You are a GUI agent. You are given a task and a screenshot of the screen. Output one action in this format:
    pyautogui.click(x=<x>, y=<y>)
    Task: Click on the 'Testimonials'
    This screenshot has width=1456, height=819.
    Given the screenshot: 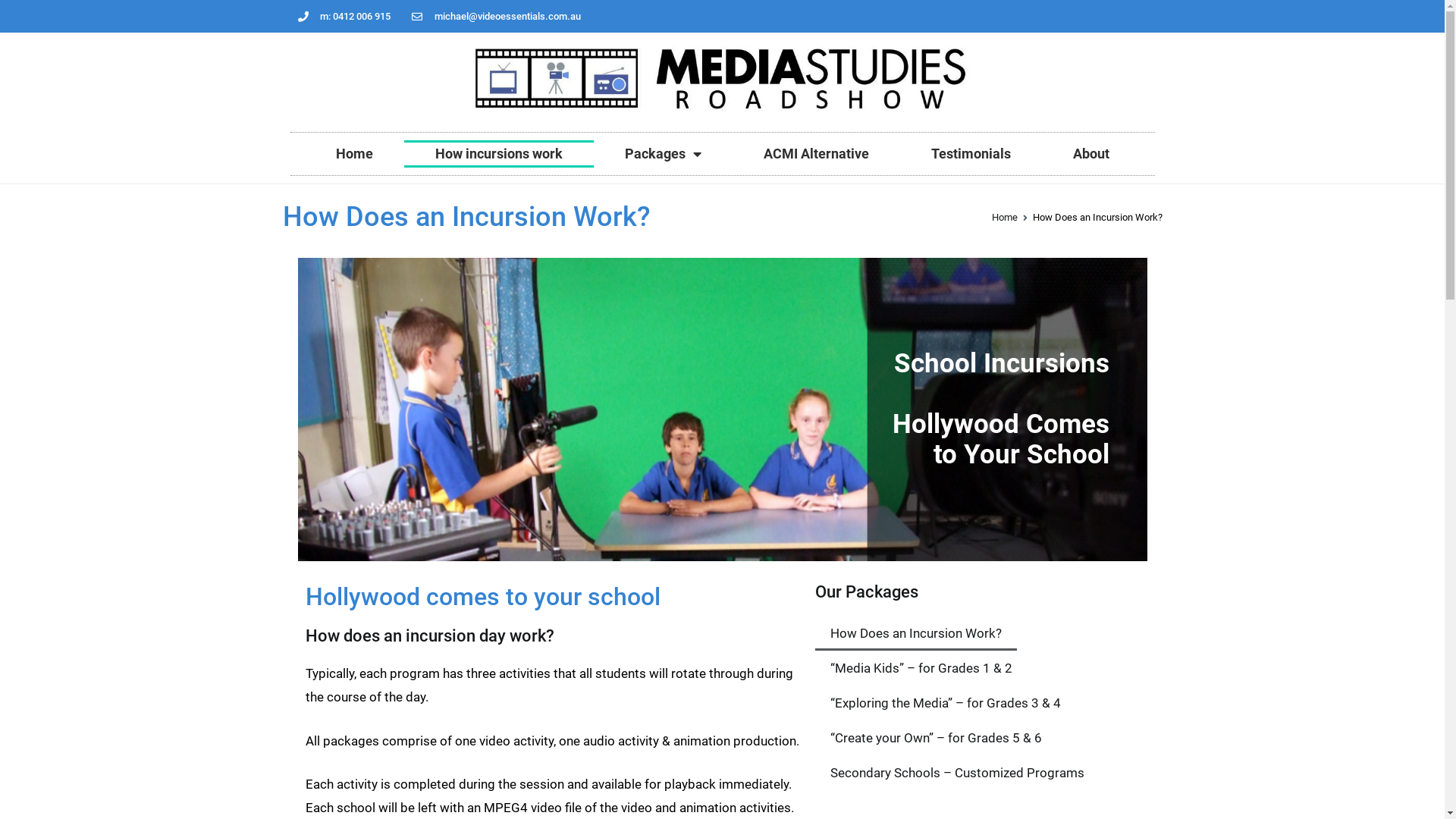 What is the action you would take?
    pyautogui.click(x=969, y=154)
    